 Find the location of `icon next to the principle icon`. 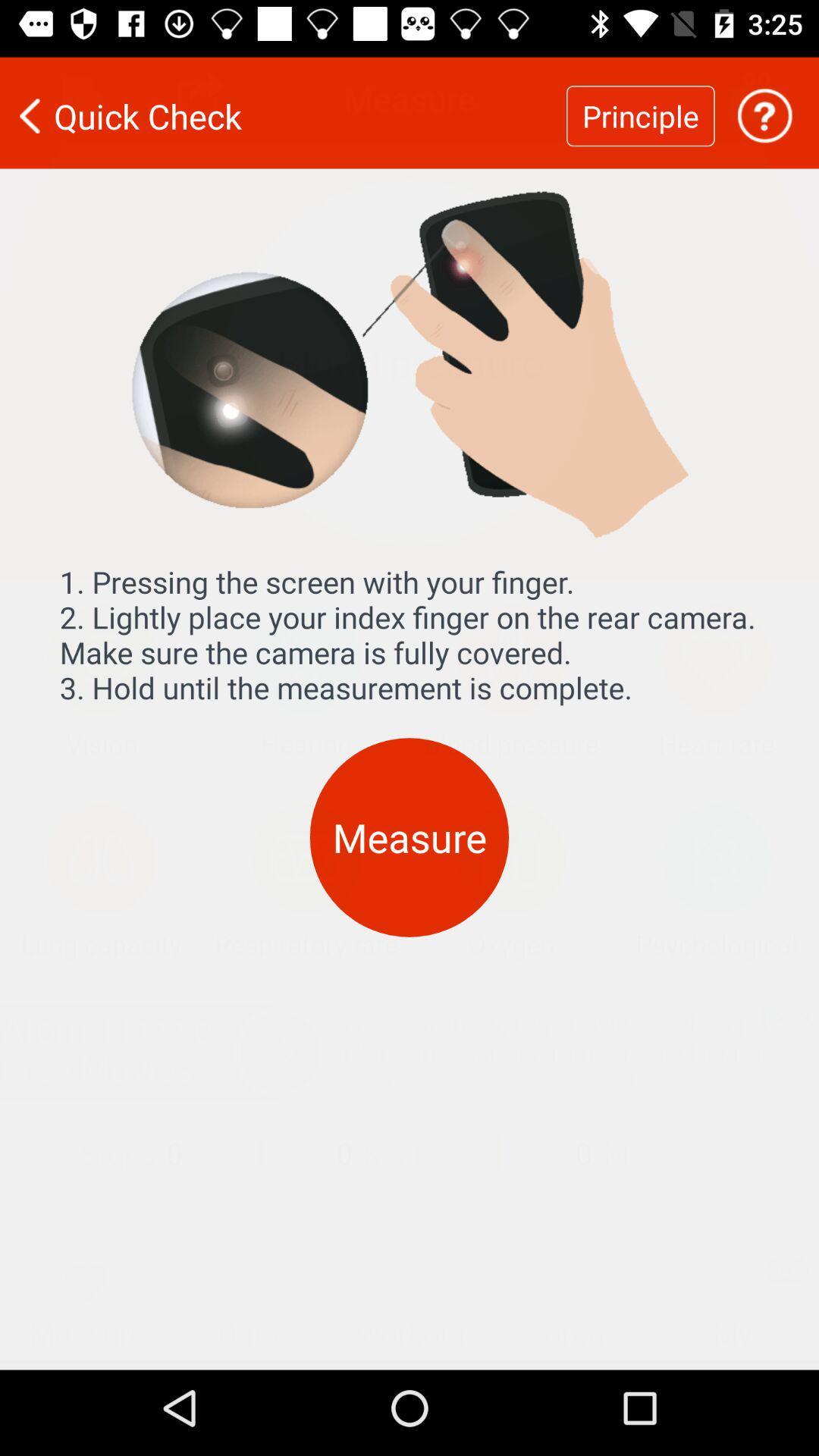

icon next to the principle icon is located at coordinates (283, 105).